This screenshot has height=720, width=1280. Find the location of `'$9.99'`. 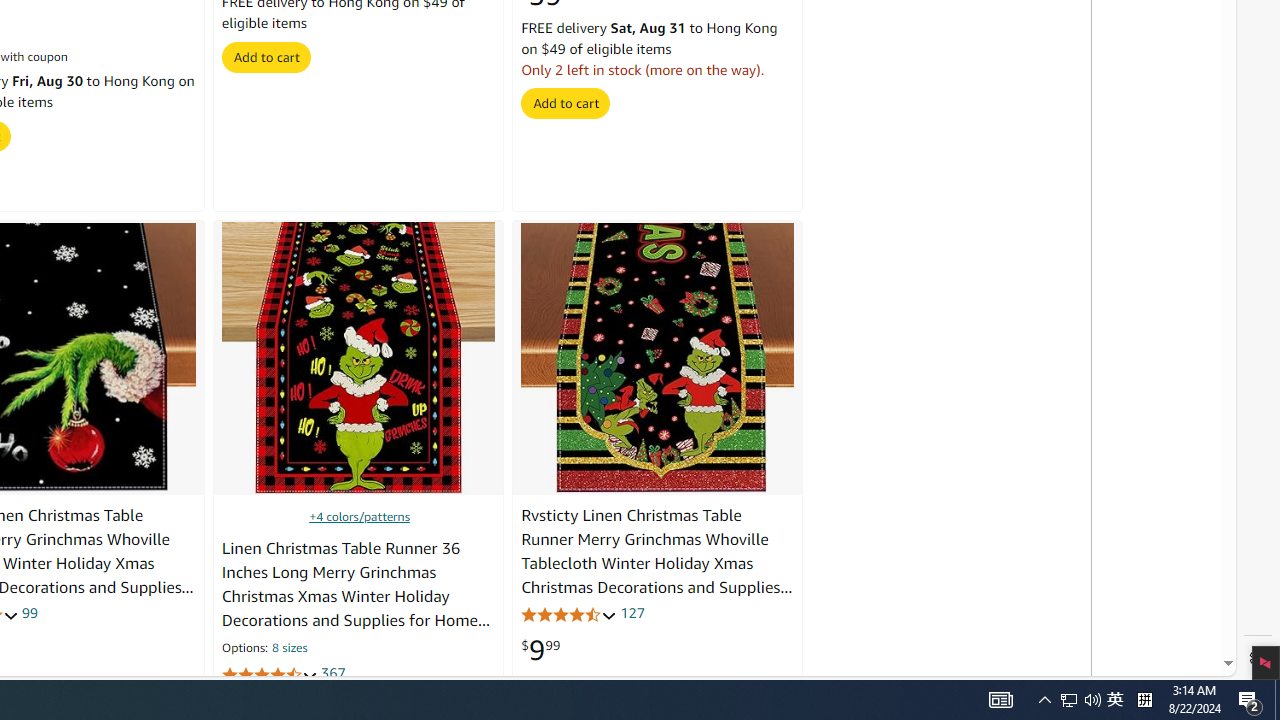

'$9.99' is located at coordinates (540, 650).